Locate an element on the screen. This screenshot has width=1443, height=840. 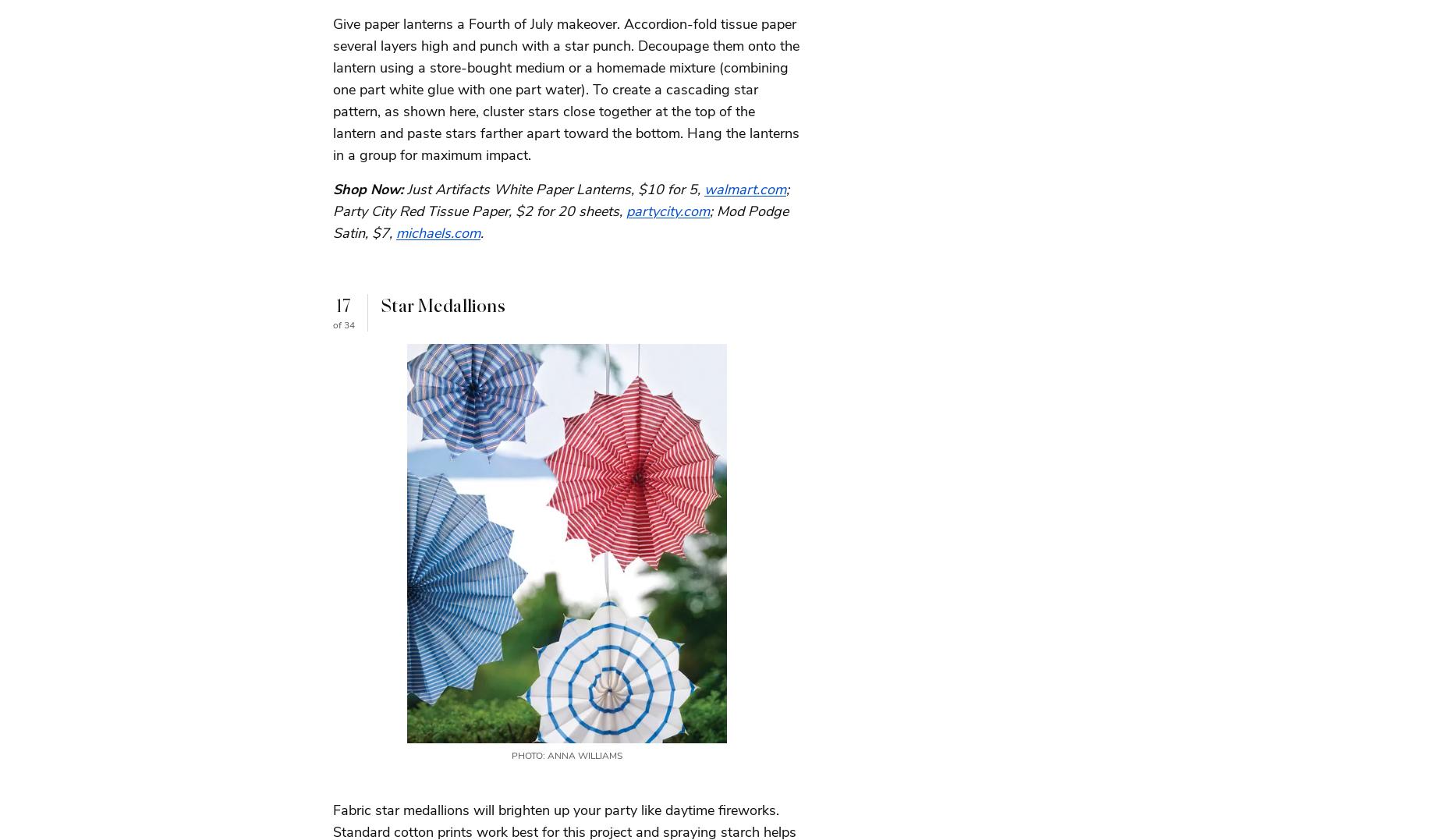
'Give paper lanterns a Fourth of July makeover. Accordion-fold tissue paper several layers high and punch with a star punch. Decoupage them onto the lantern using a store-bought medium or a homemade mixture (combining one part white glue with one part water). To create a cascading star pattern, as shown here, cluster stars close together at the top of the lantern and paste stars farther apart toward the bottom. Hang the lanterns in a group for maximum impact.' is located at coordinates (565, 87).